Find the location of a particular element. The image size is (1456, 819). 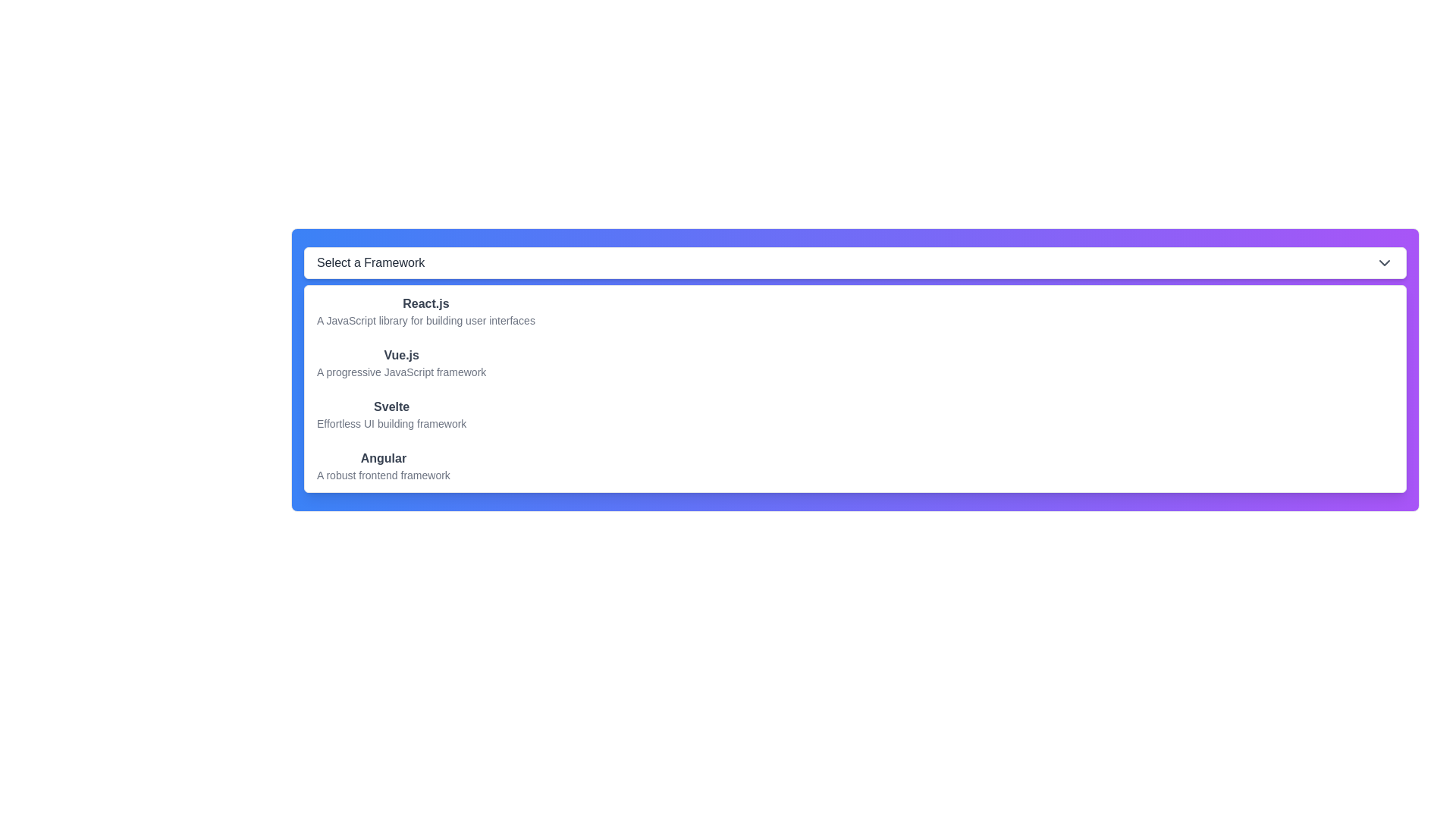

the descriptive text element that provides an overview of the 'Angular' framework, located beneath the 'Angular' header in the framework menu is located at coordinates (383, 475).